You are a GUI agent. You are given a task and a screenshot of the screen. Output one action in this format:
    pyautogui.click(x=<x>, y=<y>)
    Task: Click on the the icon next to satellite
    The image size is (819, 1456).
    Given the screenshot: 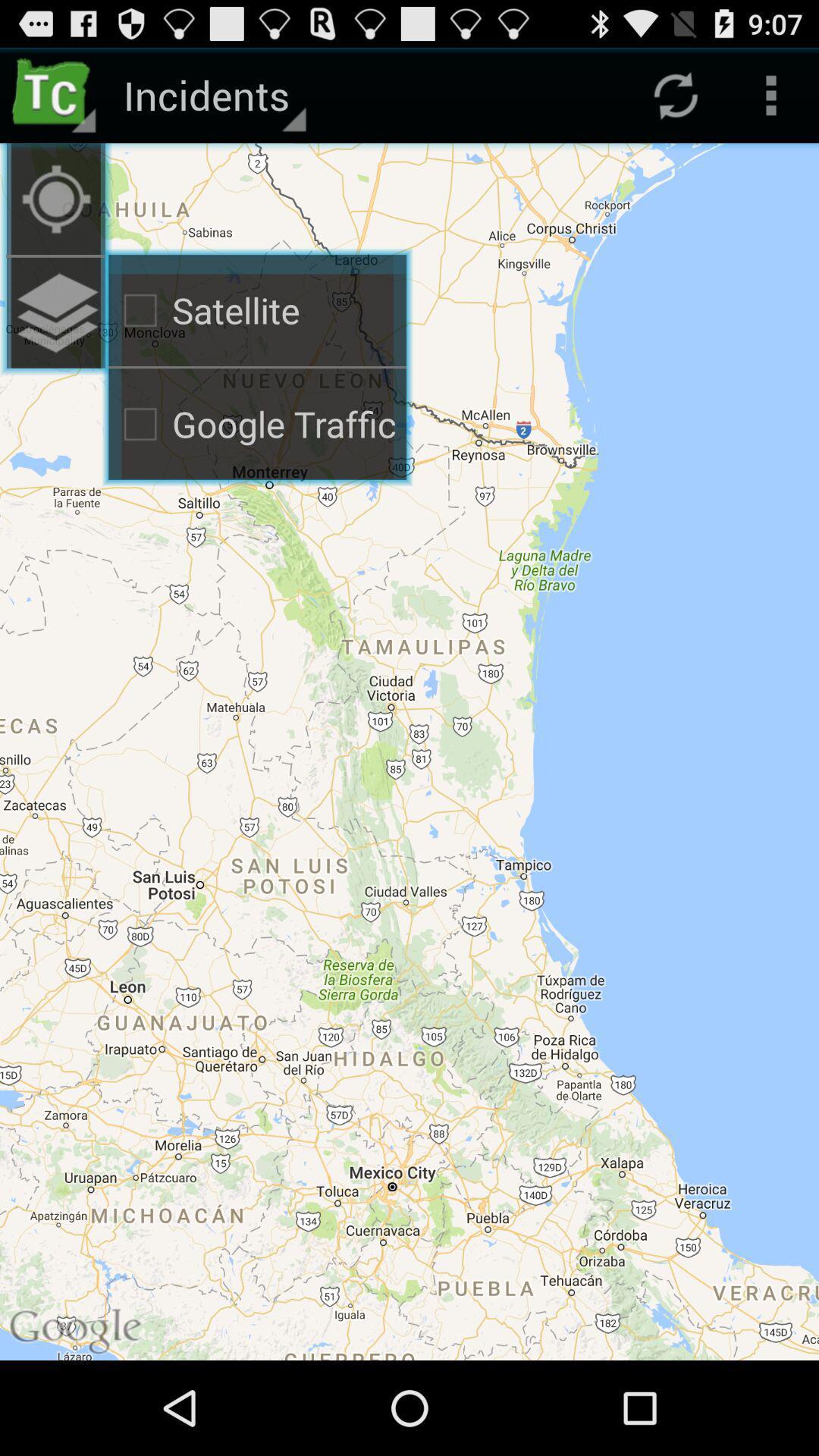 What is the action you would take?
    pyautogui.click(x=55, y=198)
    